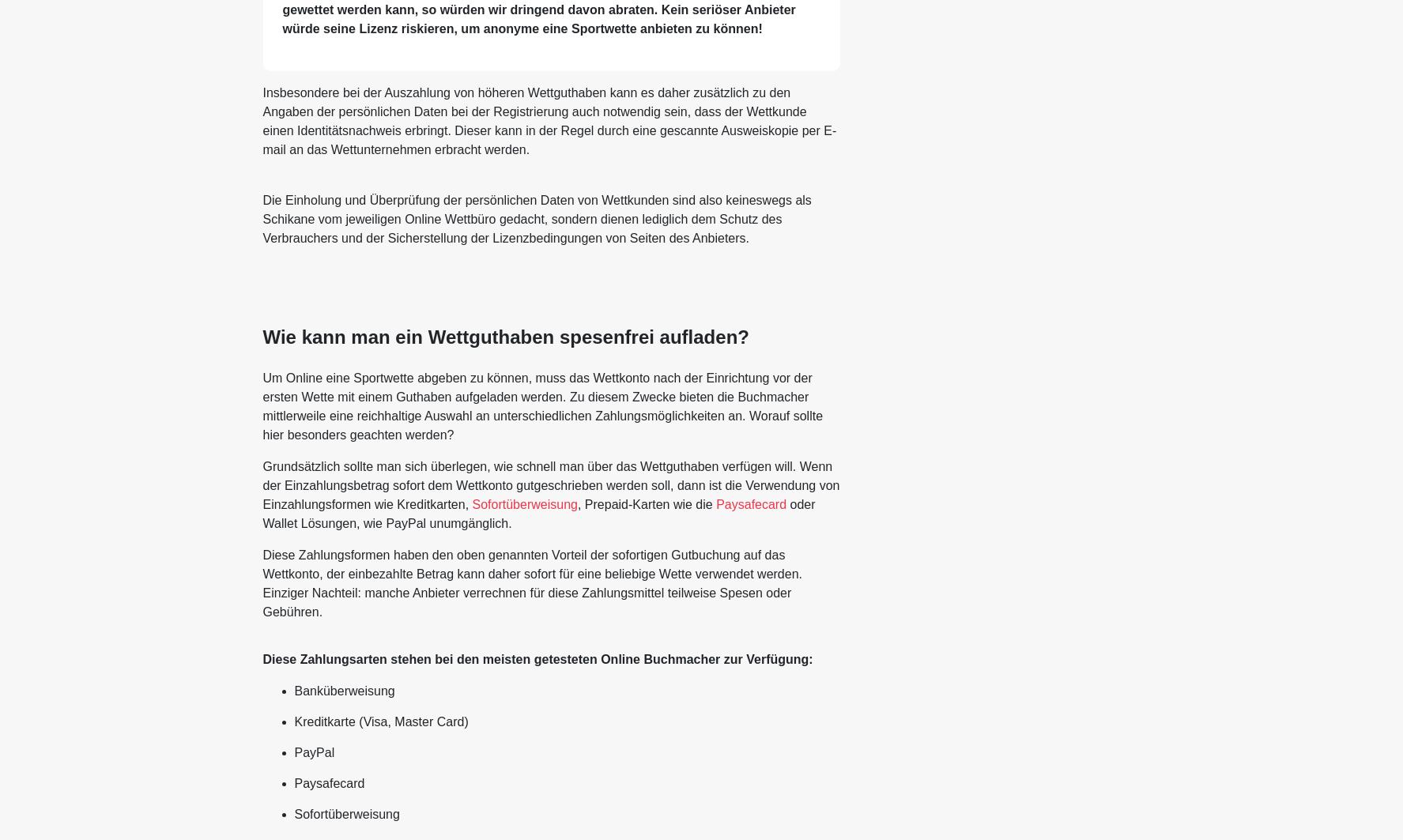 The image size is (1403, 840). Describe the element at coordinates (537, 657) in the screenshot. I see `'Diese Zahlungsarten stehen bei den meisten getesteten Online Buchmacher zur Verfügung:'` at that location.